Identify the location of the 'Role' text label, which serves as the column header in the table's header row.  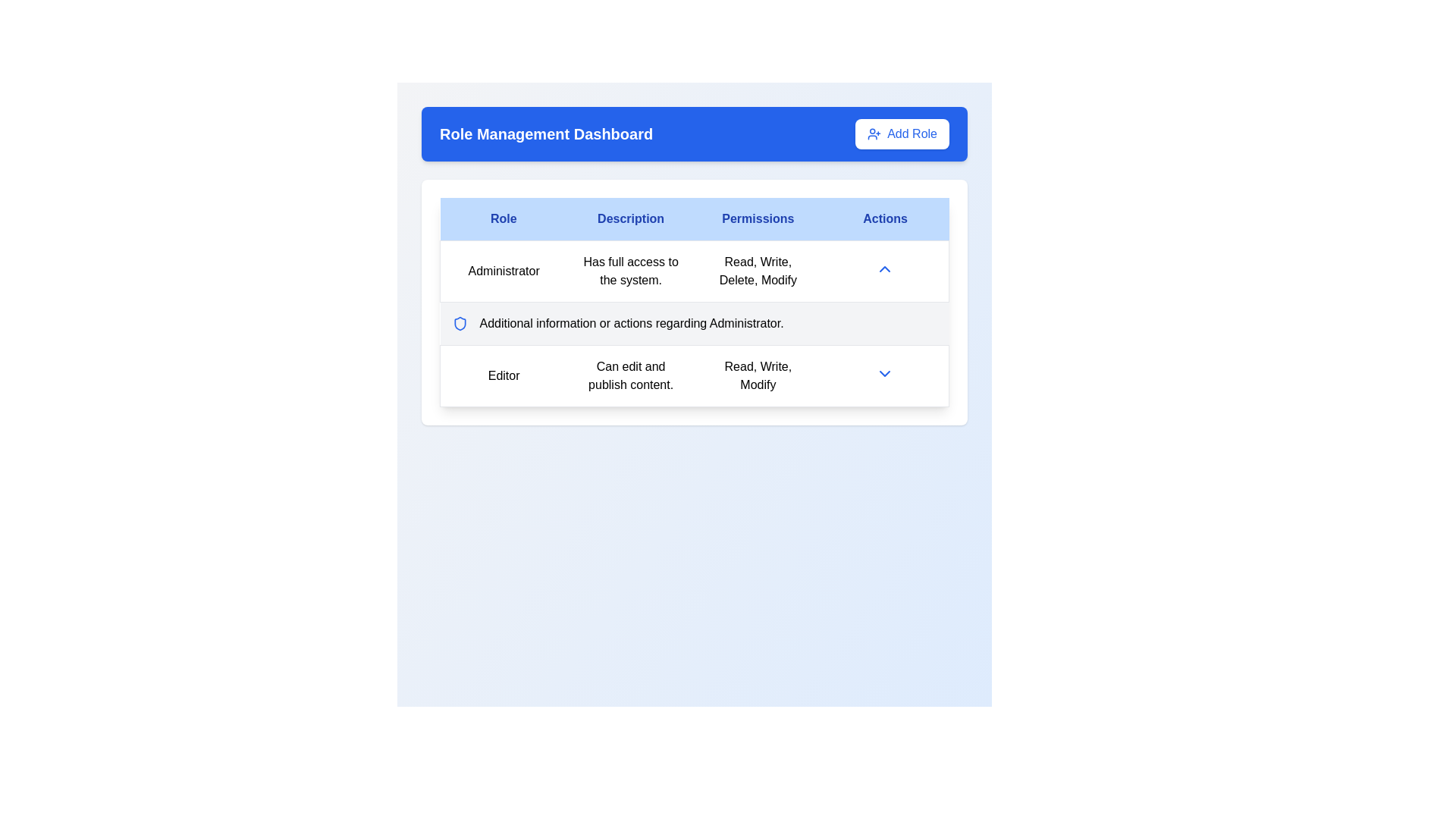
(504, 219).